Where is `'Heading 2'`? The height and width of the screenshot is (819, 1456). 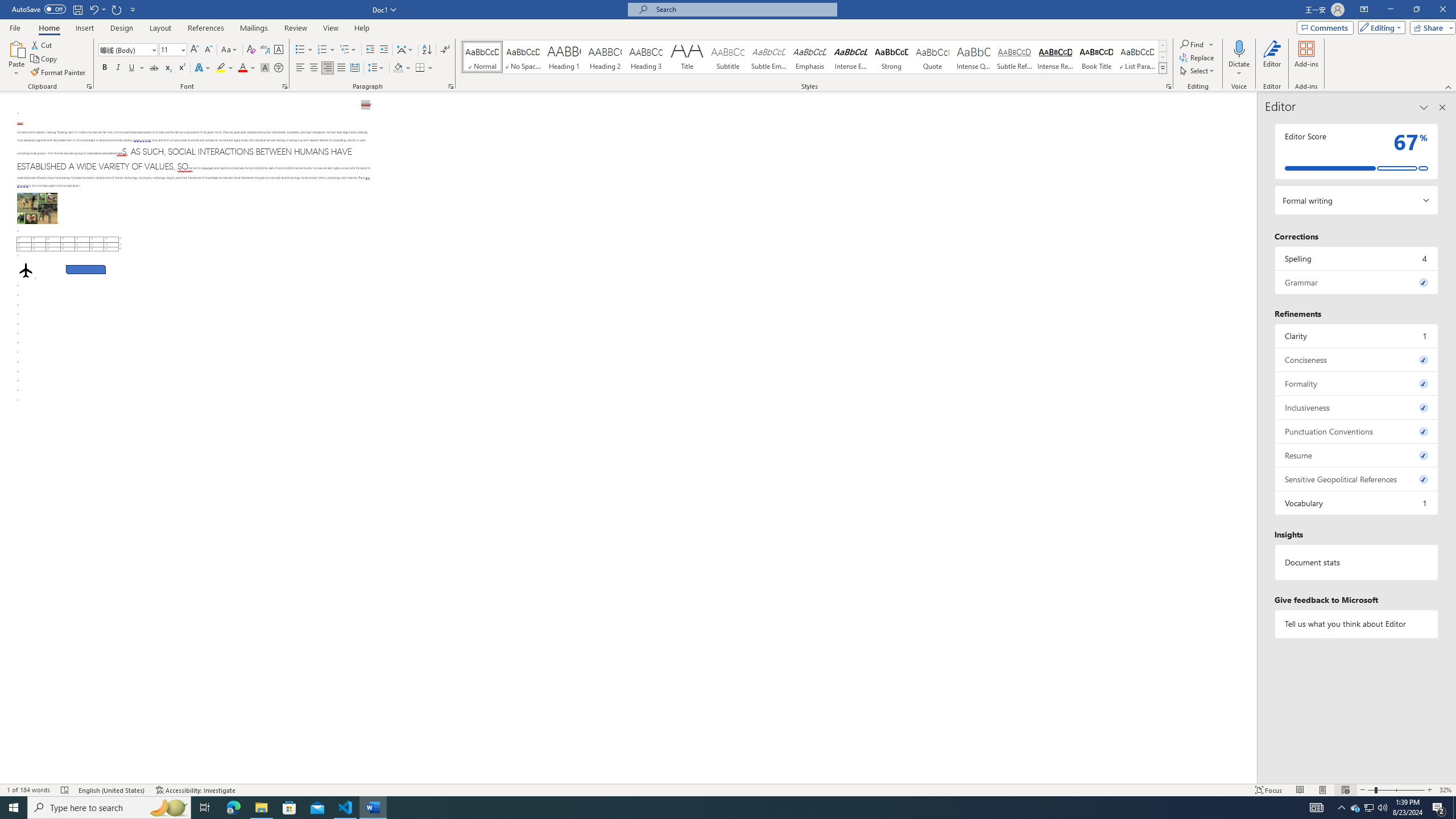
'Heading 2' is located at coordinates (605, 56).